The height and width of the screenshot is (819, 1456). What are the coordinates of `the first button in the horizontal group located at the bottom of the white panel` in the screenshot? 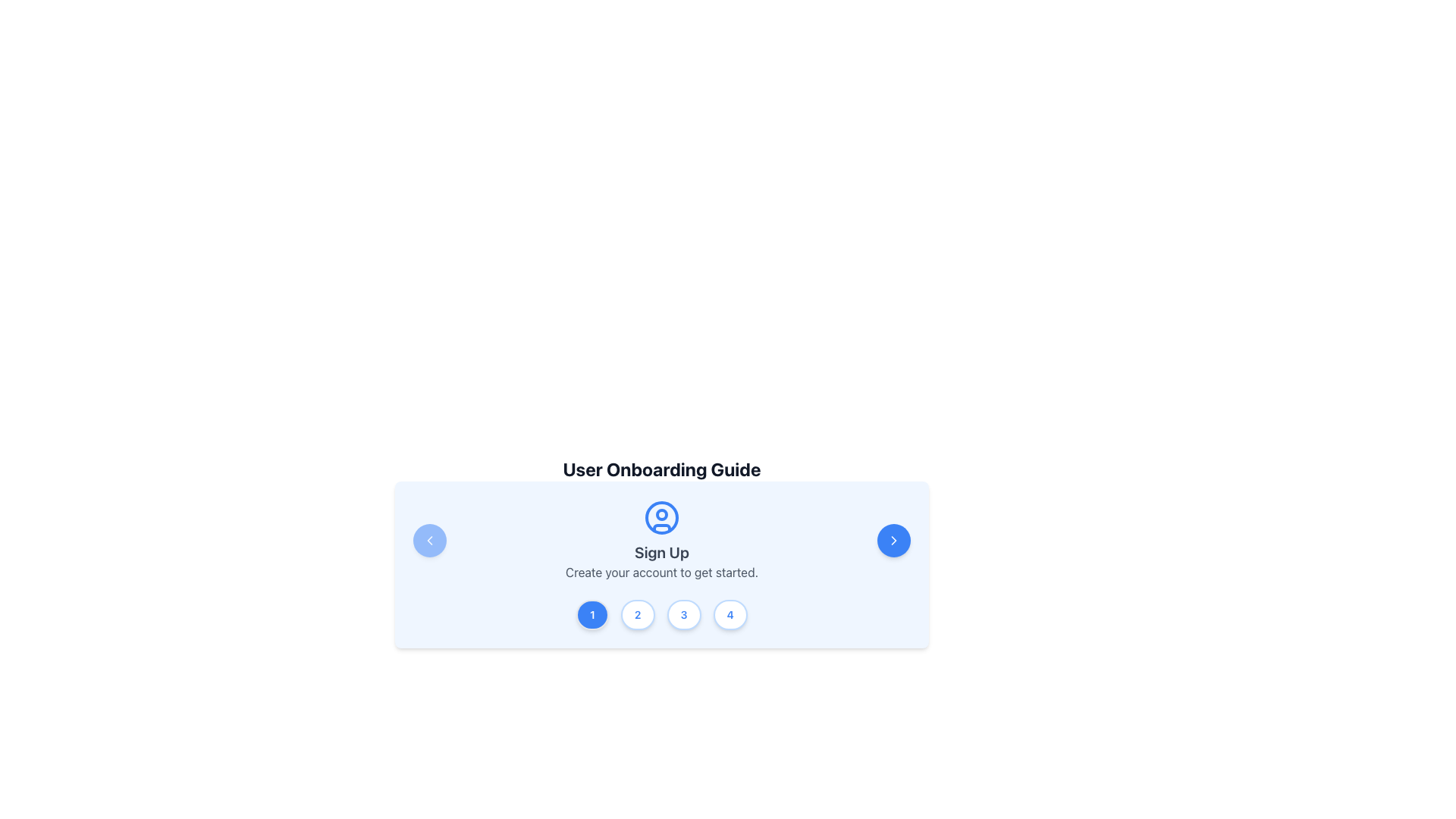 It's located at (591, 614).